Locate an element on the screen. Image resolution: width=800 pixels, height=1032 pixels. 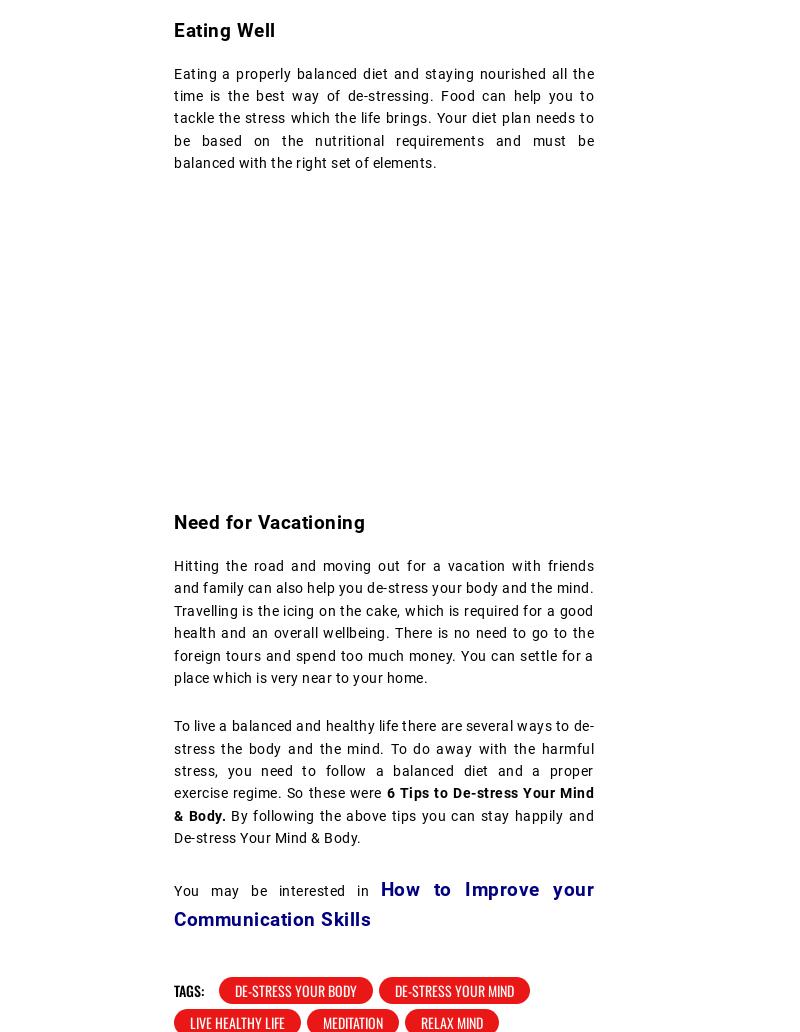
'De-stress Your Body' is located at coordinates (296, 989).